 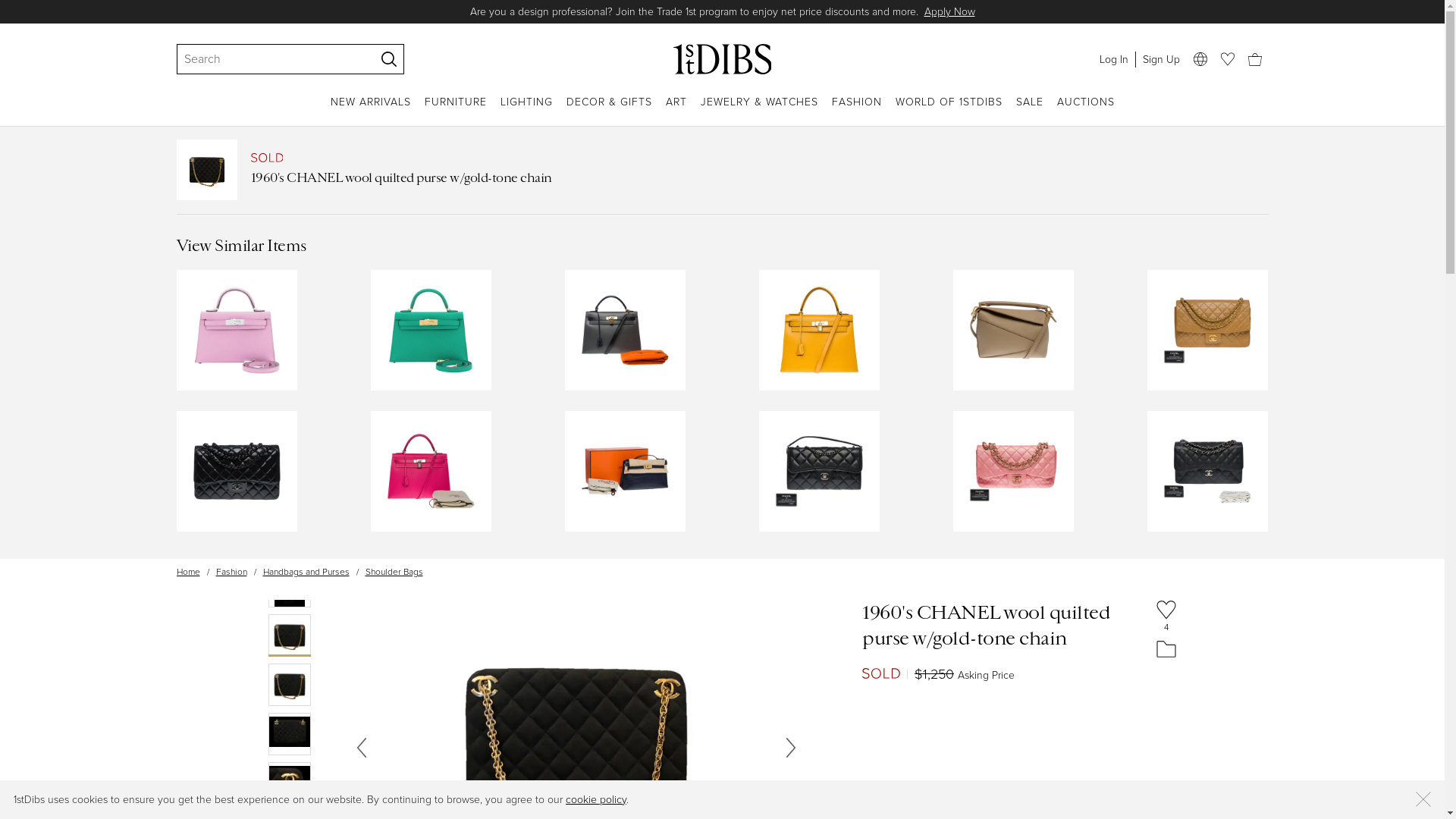 I want to click on 'AUCTIONS', so click(x=1084, y=109).